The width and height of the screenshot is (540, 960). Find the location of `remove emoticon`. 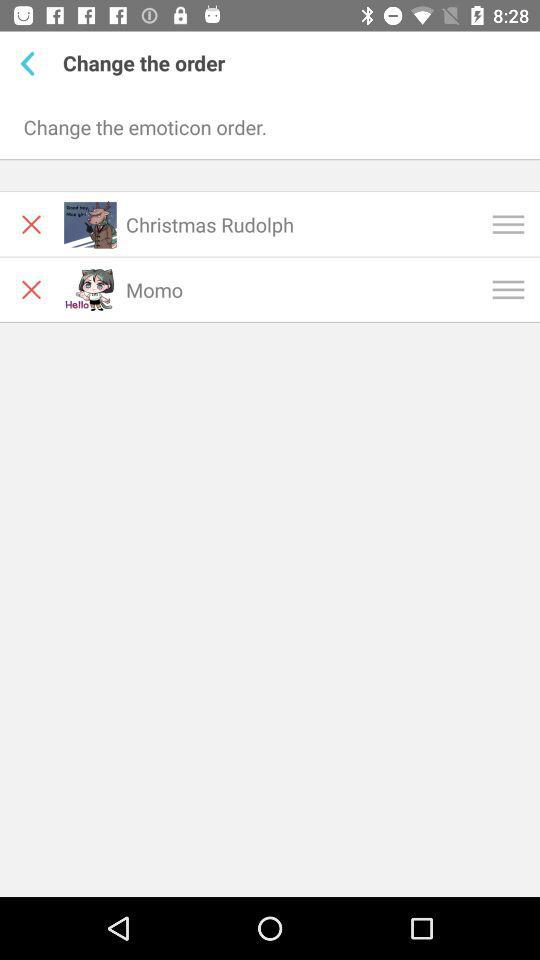

remove emoticon is located at coordinates (30, 224).